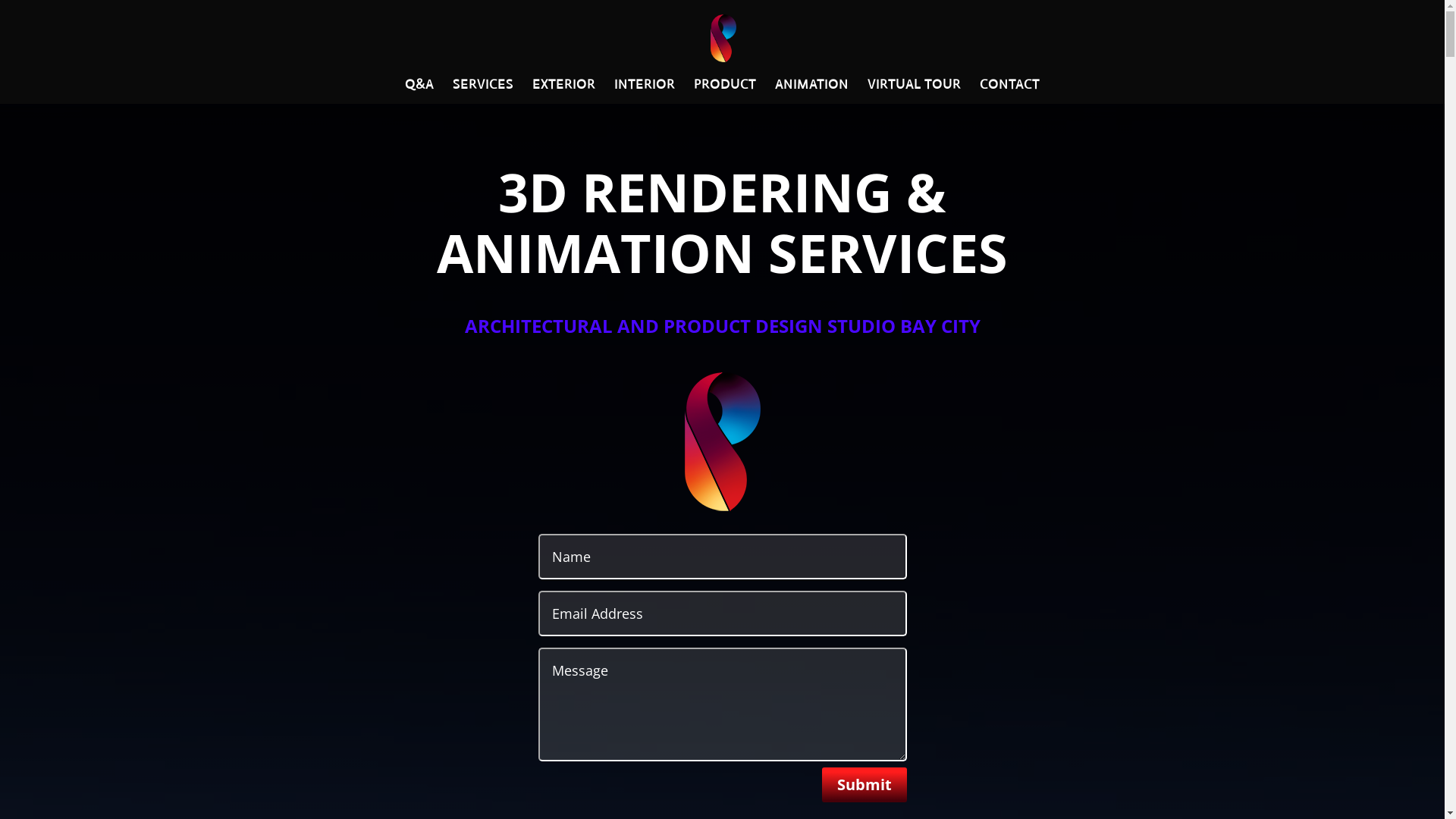 This screenshot has width=1456, height=819. What do you see at coordinates (821, 784) in the screenshot?
I see `'Submit'` at bounding box center [821, 784].